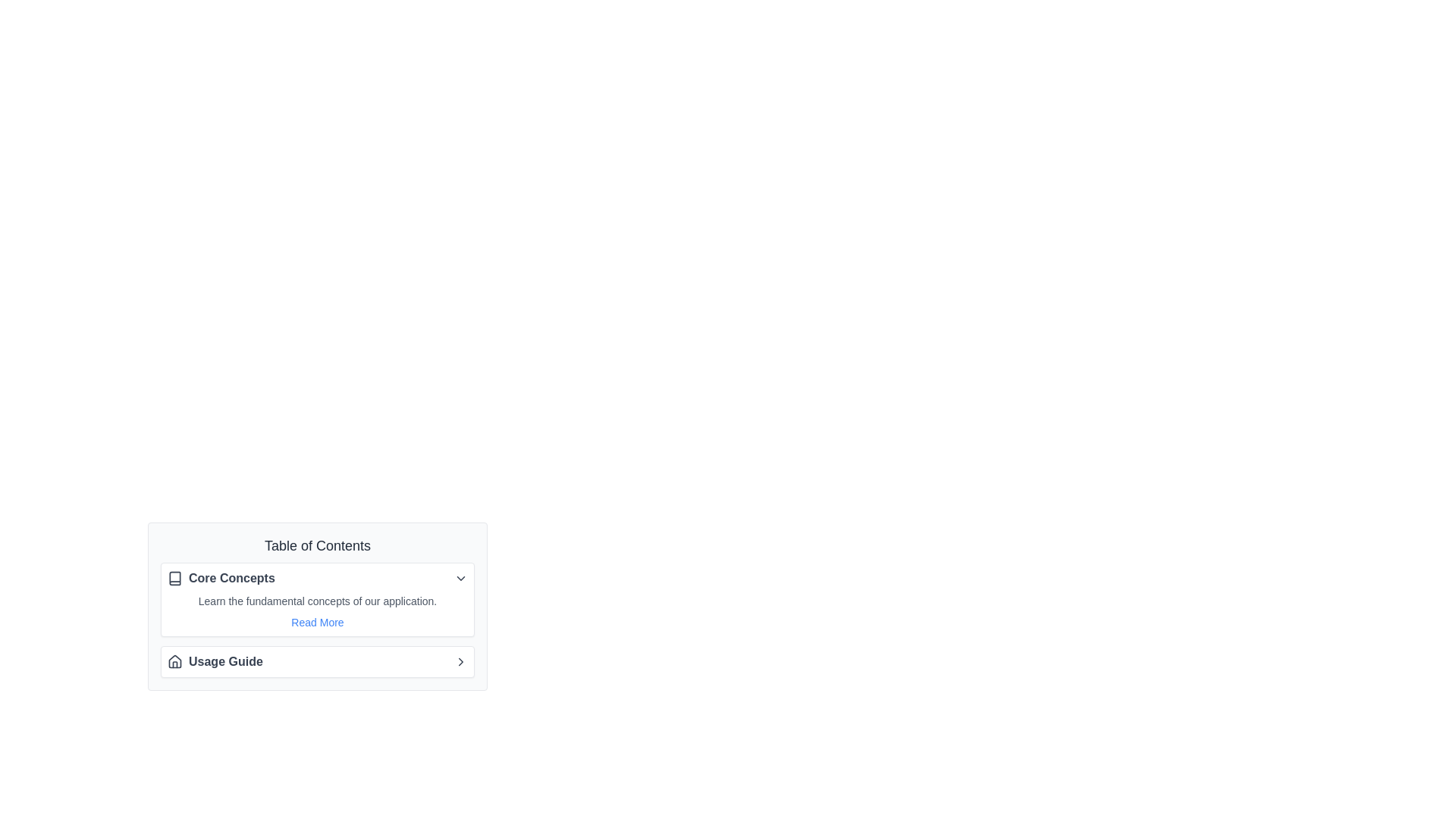  What do you see at coordinates (174, 579) in the screenshot?
I see `the SVG icon representing a book that is located to the left of the 'Core Concepts' label` at bounding box center [174, 579].